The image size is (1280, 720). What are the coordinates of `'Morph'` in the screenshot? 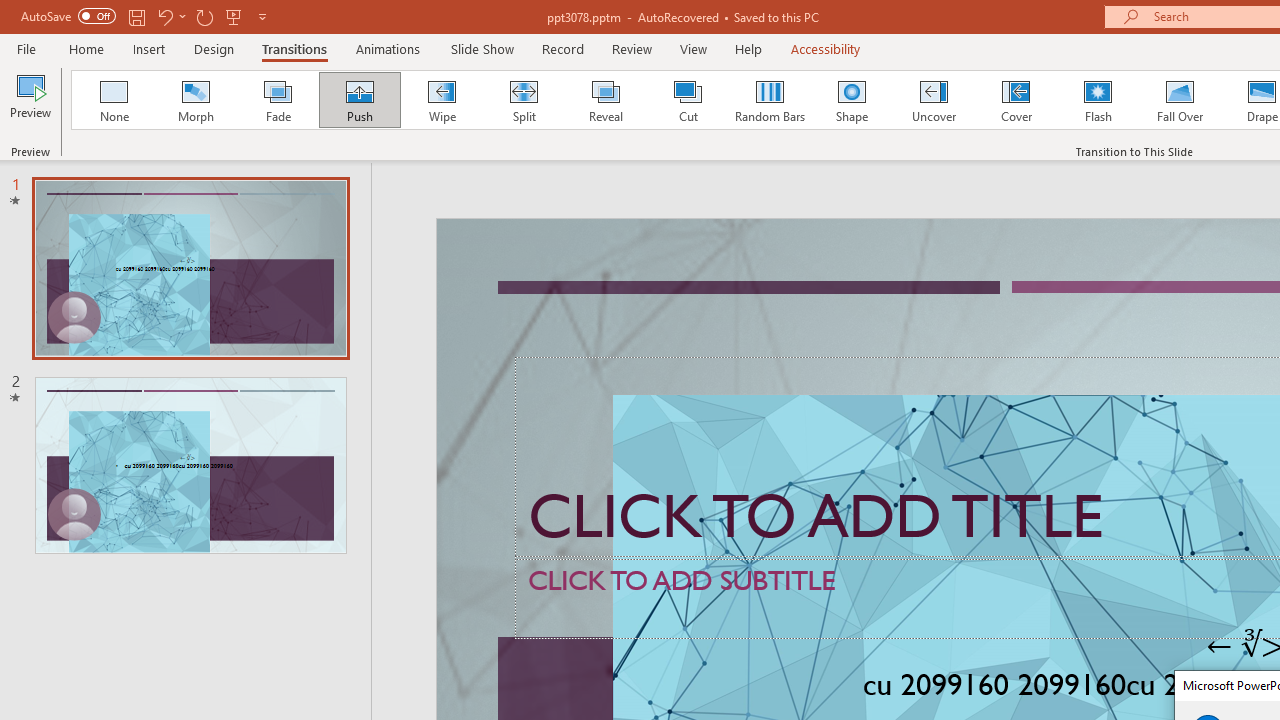 It's located at (195, 100).